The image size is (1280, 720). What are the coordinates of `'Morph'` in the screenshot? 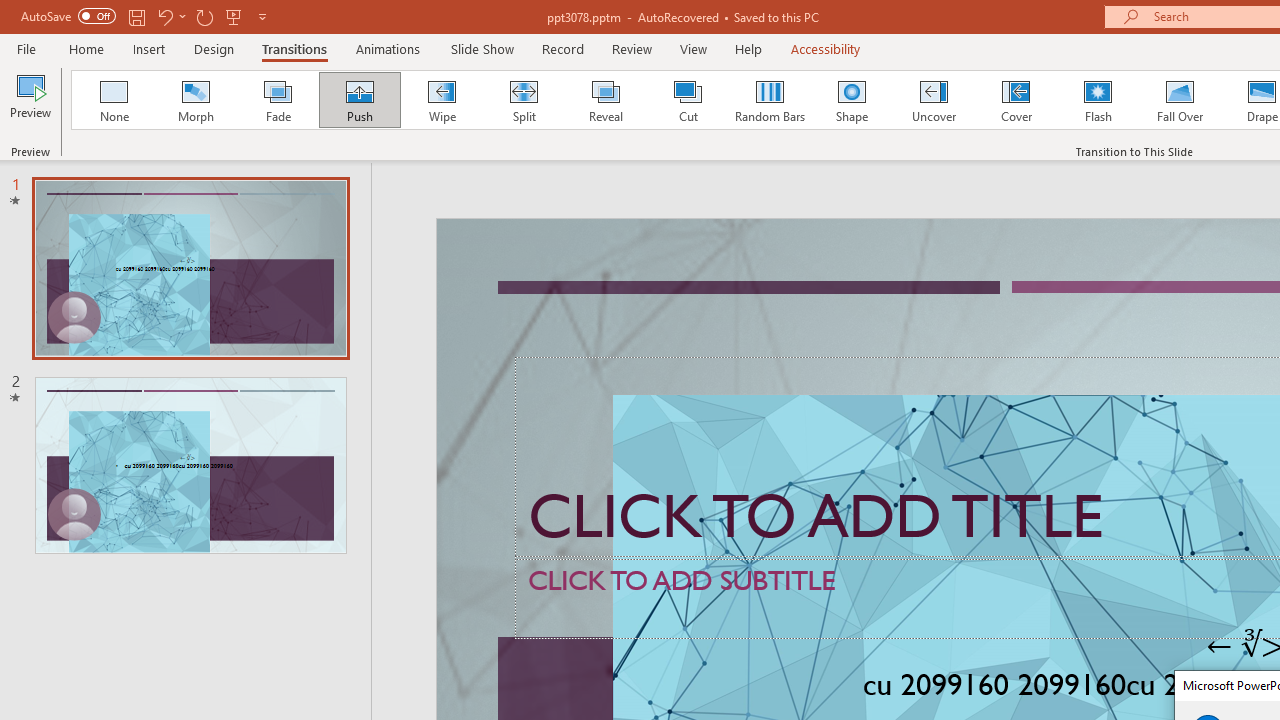 It's located at (195, 100).